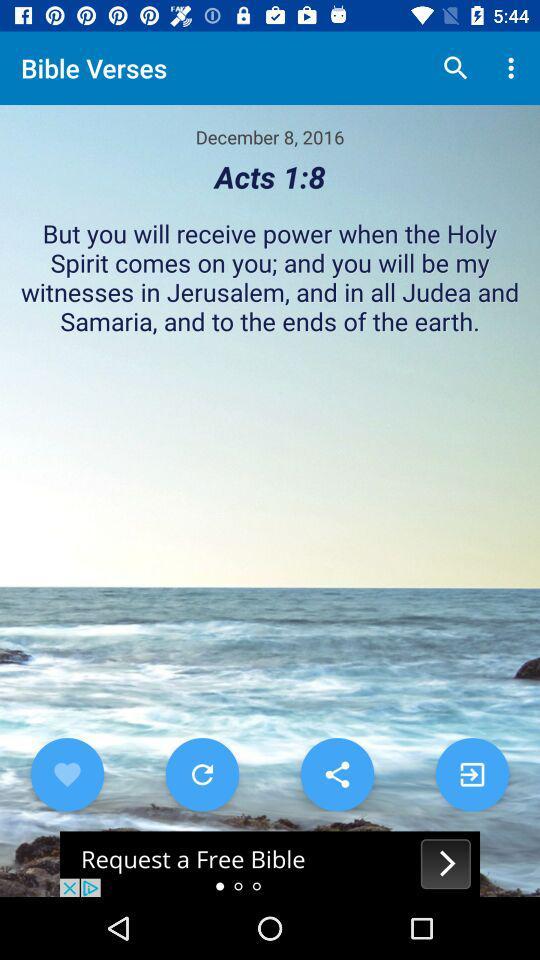 The width and height of the screenshot is (540, 960). Describe the element at coordinates (337, 773) in the screenshot. I see `to share to others` at that location.